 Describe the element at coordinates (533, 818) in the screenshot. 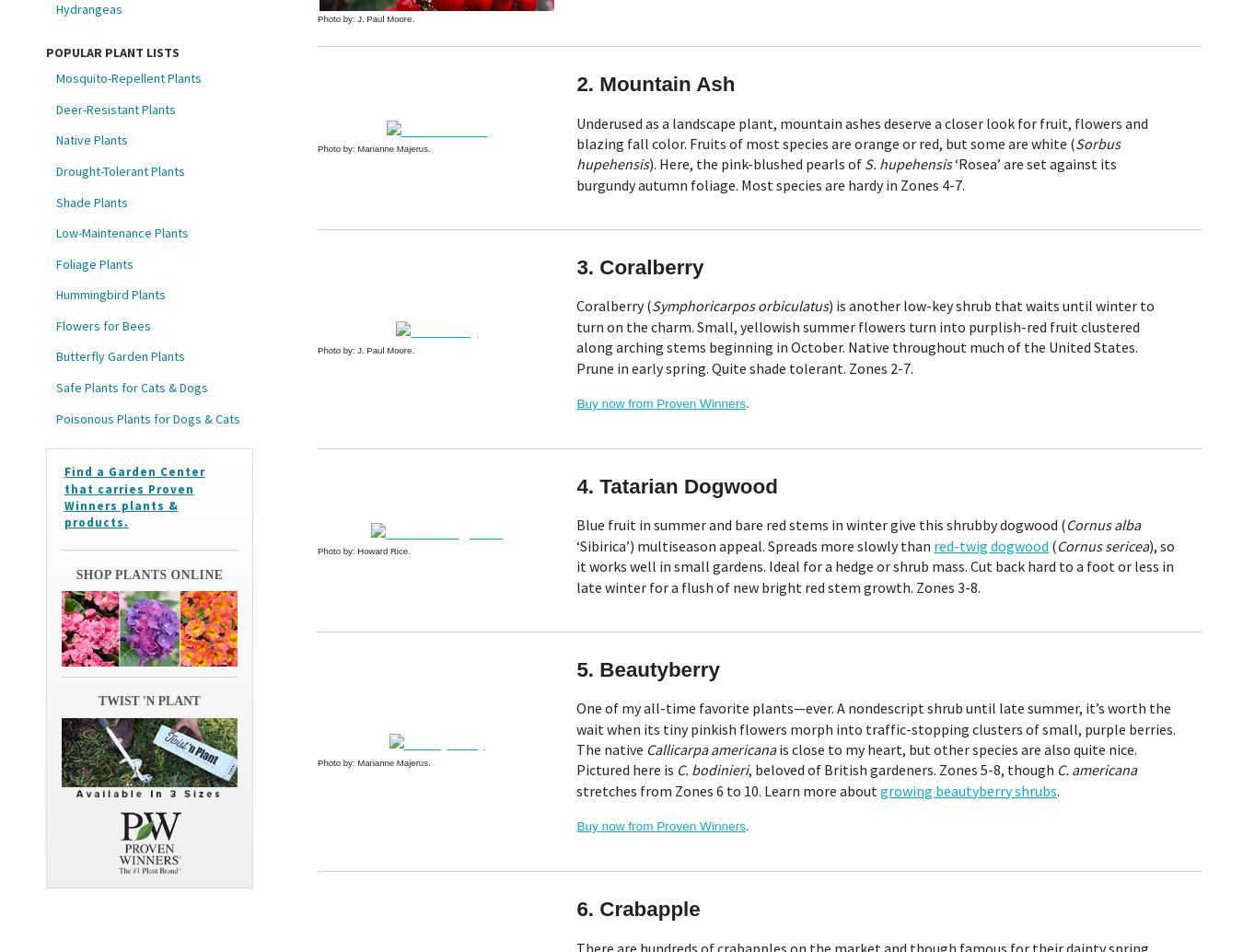

I see `'Privacy Policy'` at that location.